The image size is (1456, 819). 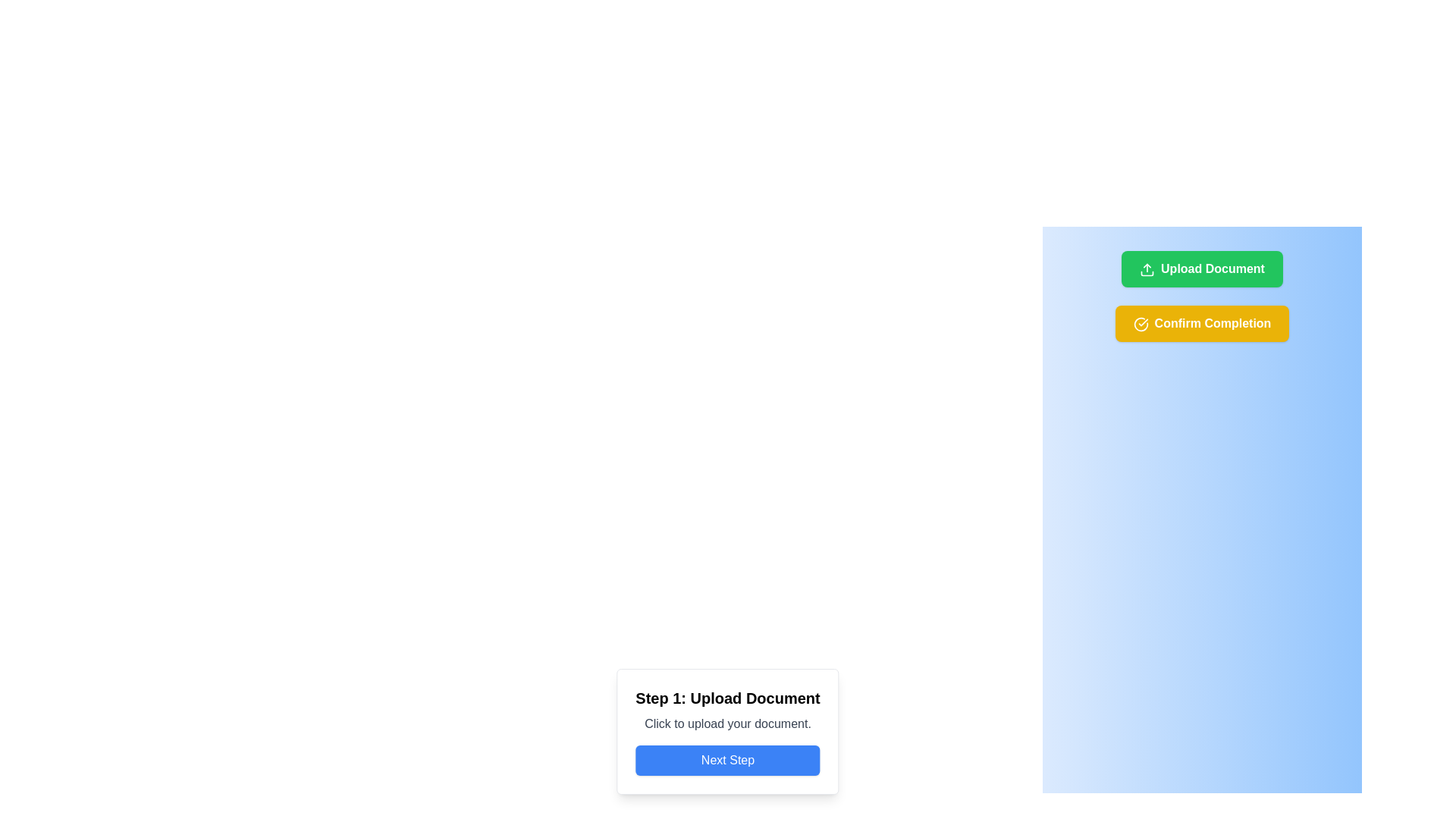 What do you see at coordinates (1141, 323) in the screenshot?
I see `the visual state of the confirmation icon located to the left of the 'Confirm Completion' label within the yellow button` at bounding box center [1141, 323].